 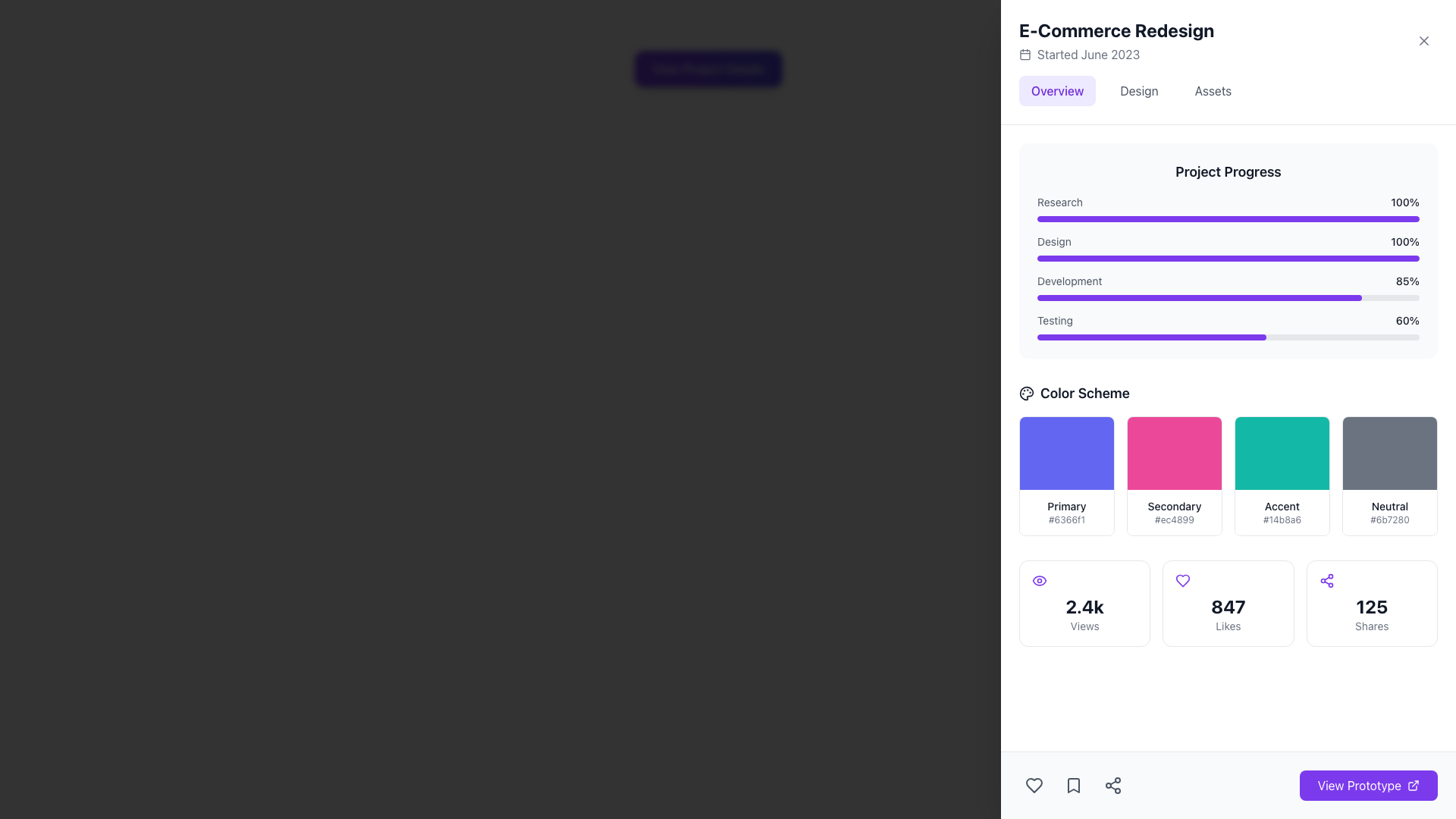 I want to click on the violet heart-shaped SVG icon located above the likes count '847' in the center column of the statistics section, so click(x=1182, y=580).